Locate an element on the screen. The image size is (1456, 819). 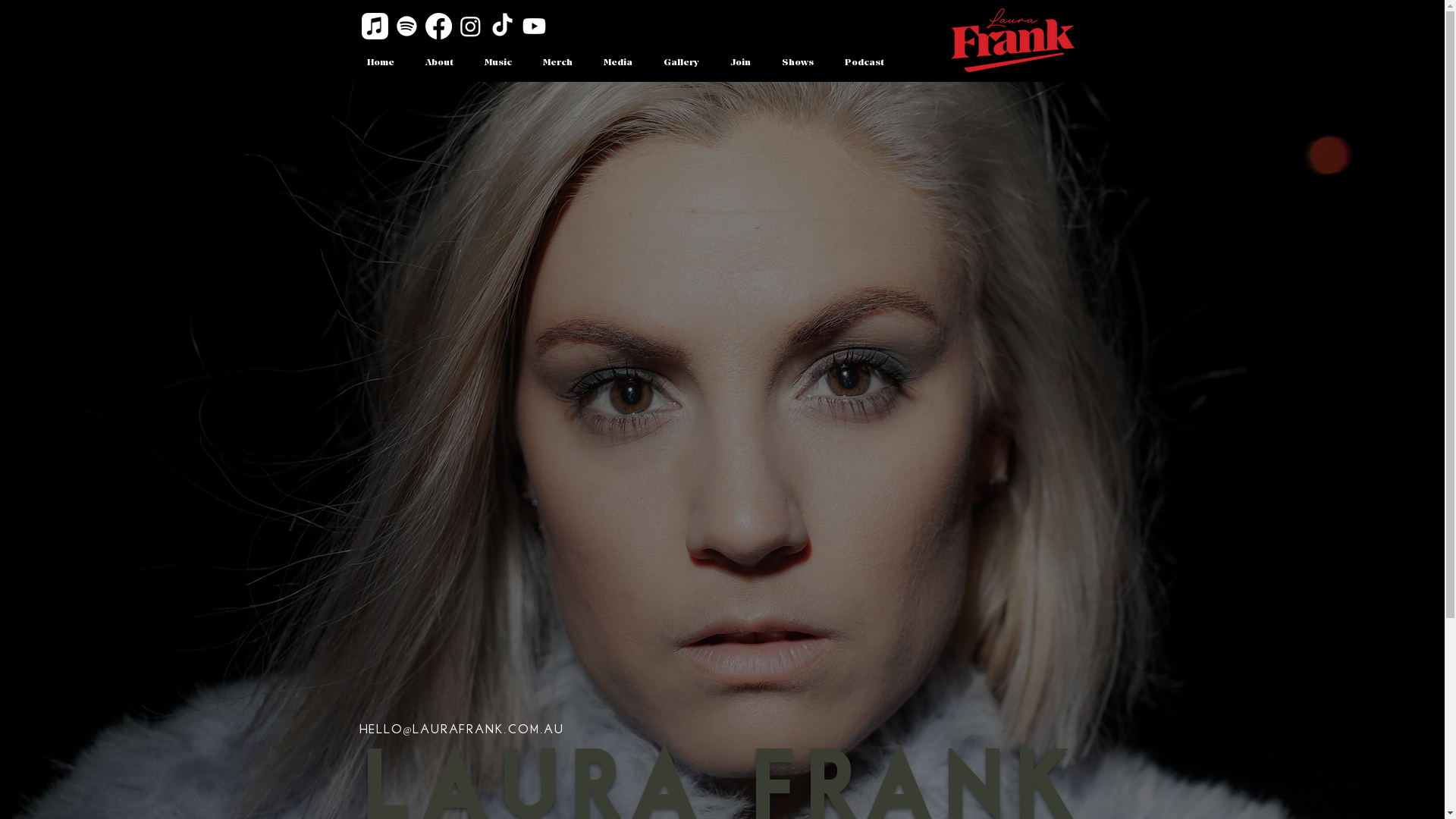
'Gallery' is located at coordinates (679, 62).